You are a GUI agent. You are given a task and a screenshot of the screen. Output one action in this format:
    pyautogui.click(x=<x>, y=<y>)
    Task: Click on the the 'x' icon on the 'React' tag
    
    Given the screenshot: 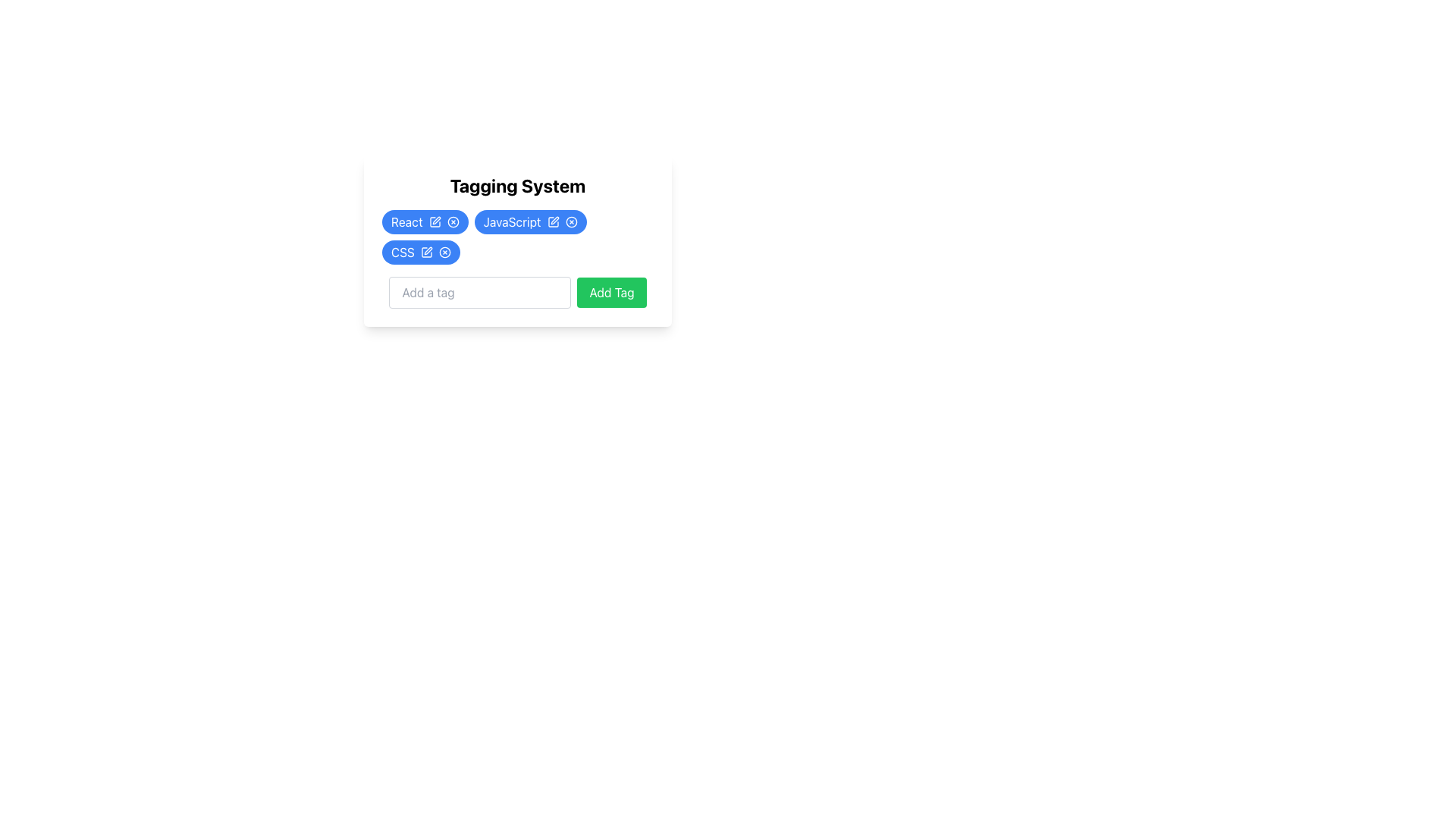 What is the action you would take?
    pyautogui.click(x=425, y=222)
    